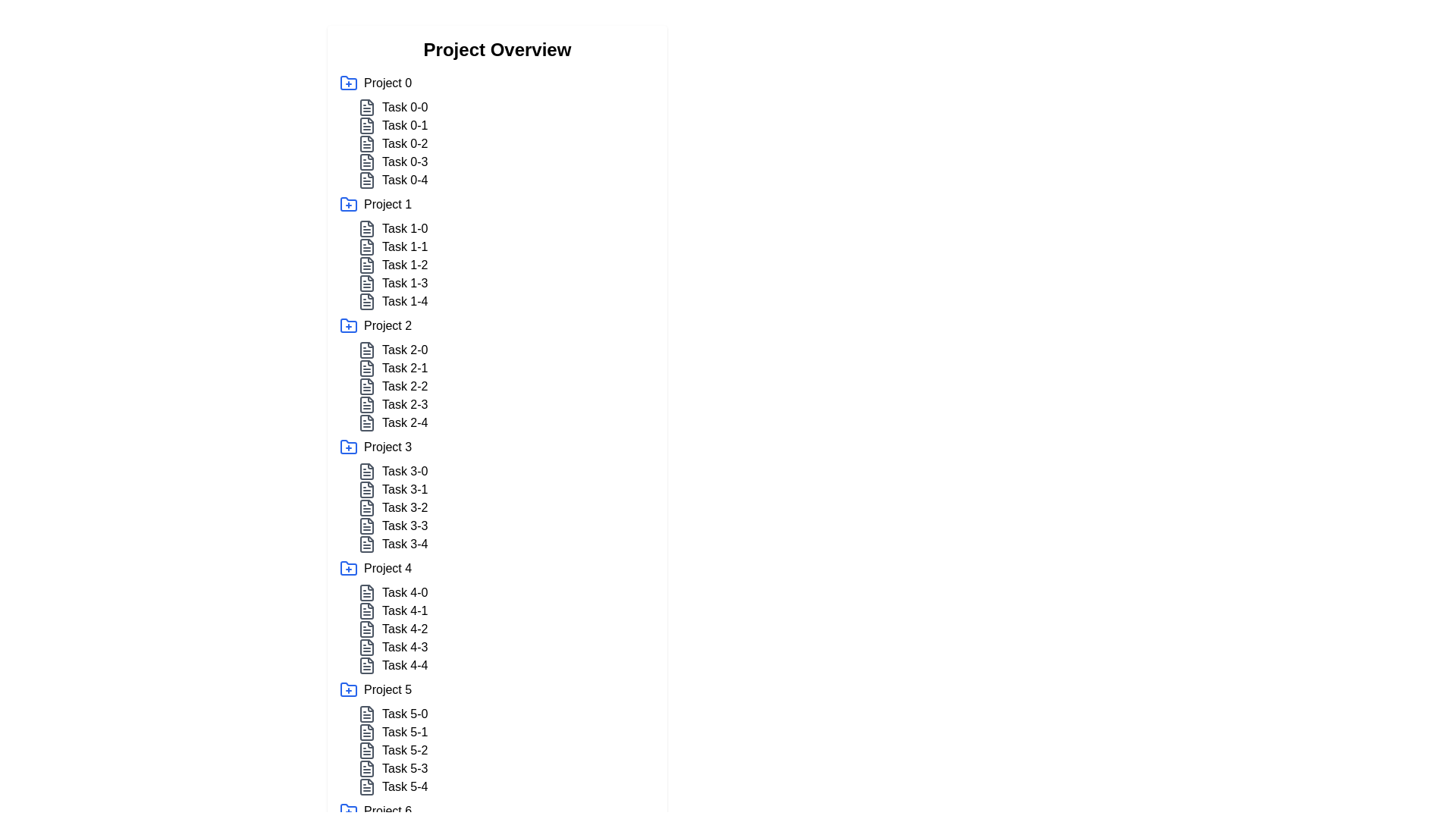 The height and width of the screenshot is (819, 1456). What do you see at coordinates (367, 403) in the screenshot?
I see `the document icon representing 'Task 2-3'` at bounding box center [367, 403].